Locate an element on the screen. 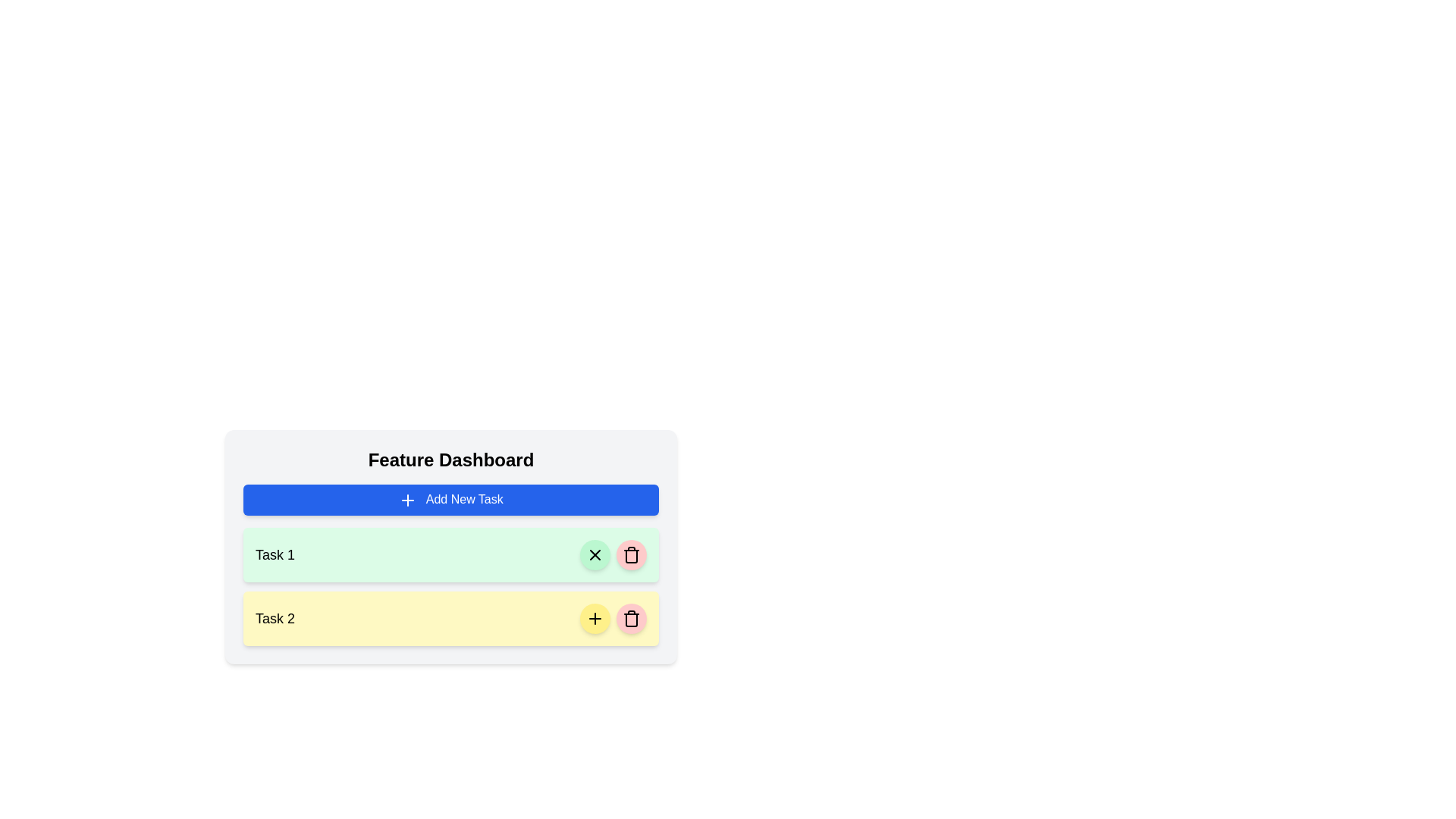 This screenshot has height=819, width=1456. the close or cancel button located to the immediate right of the 'Task 1' label is located at coordinates (595, 554).